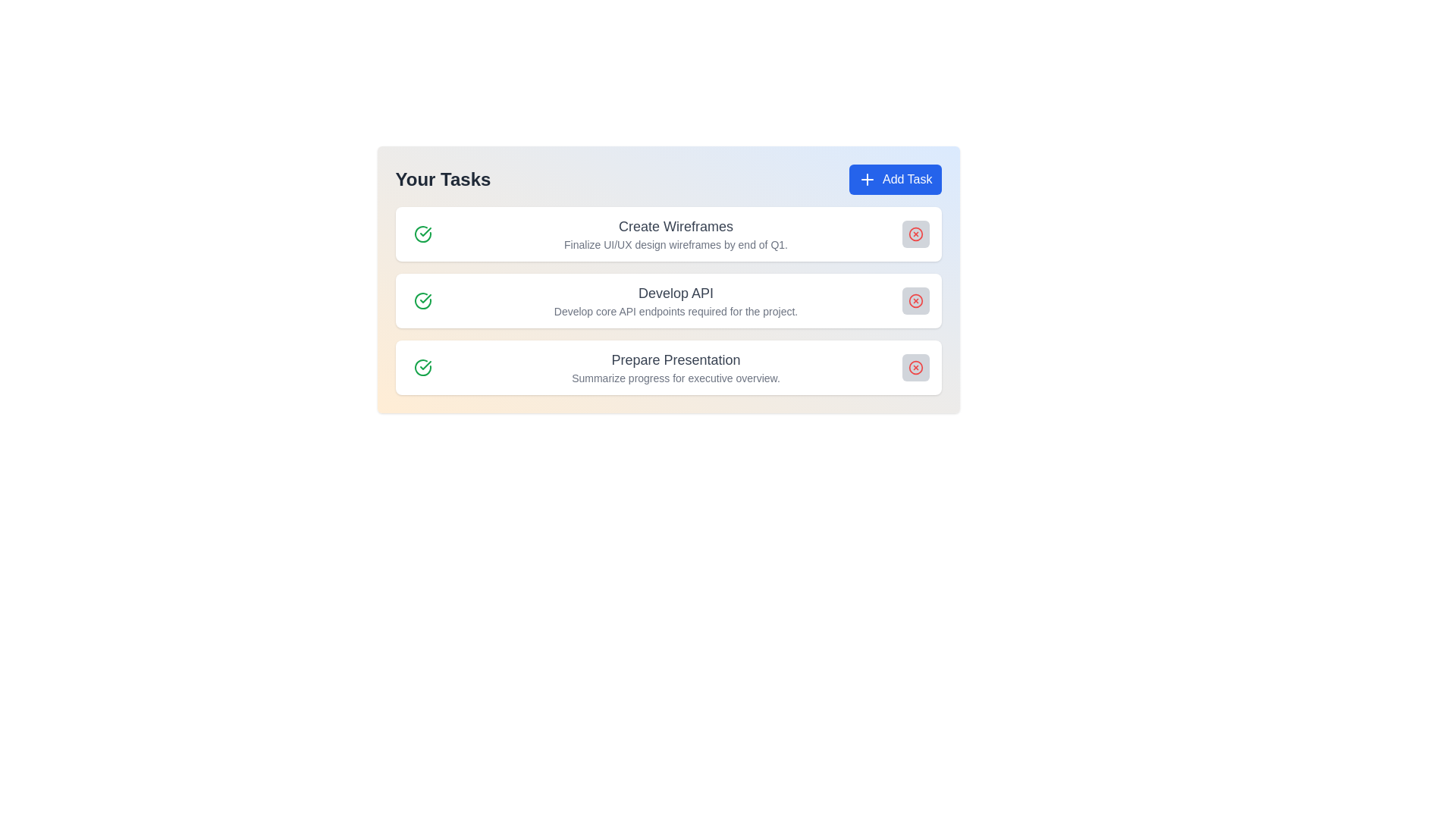 The image size is (1456, 819). What do you see at coordinates (915, 301) in the screenshot?
I see `the circular gray button with a red 'X' icon, which is the last 'remove' button associated with the task titled 'Develop API', to change its background color` at bounding box center [915, 301].